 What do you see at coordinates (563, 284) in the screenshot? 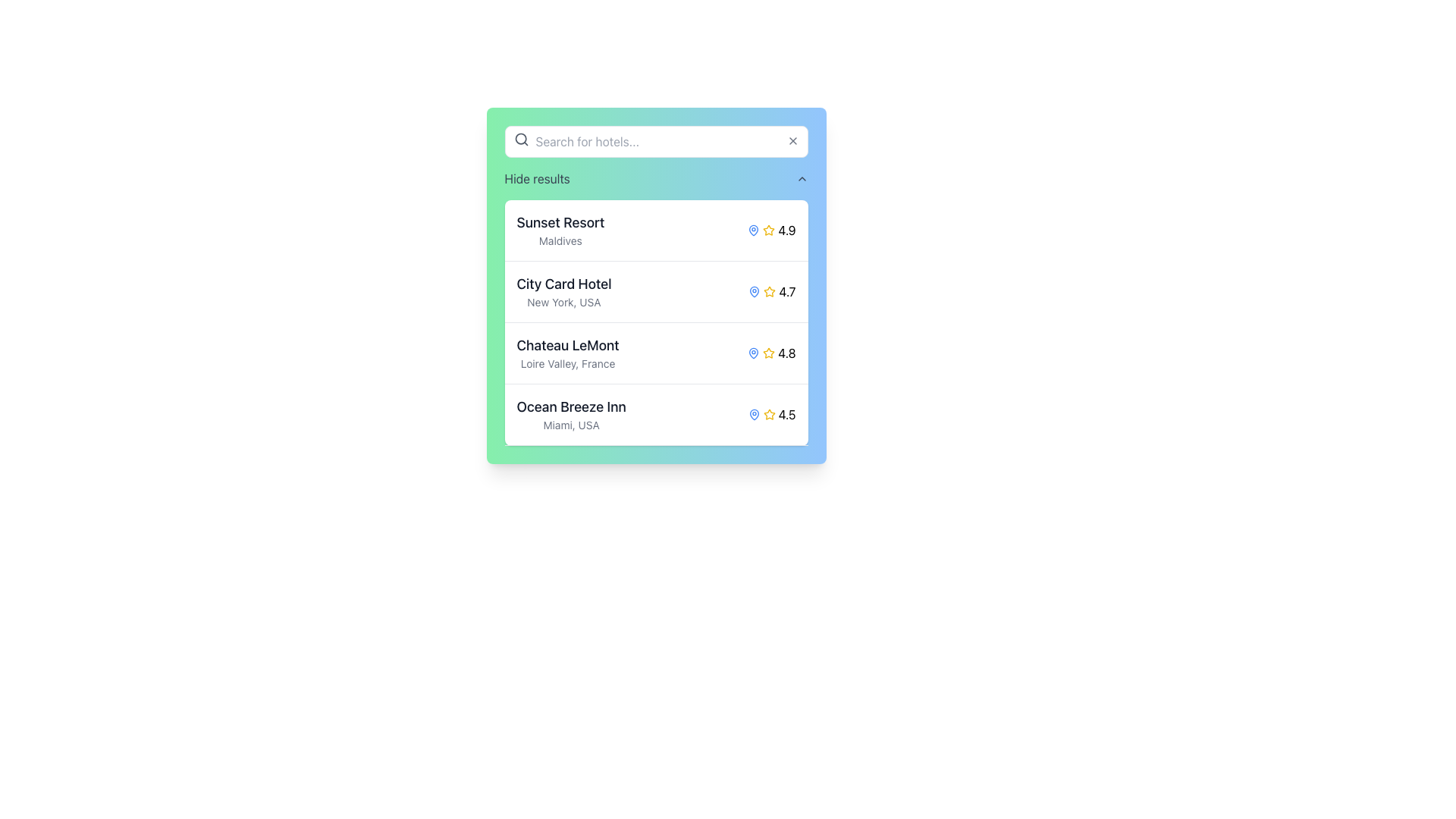
I see `the text label displaying 'City Card Hotel', which is styled prominently as a headline in the hotel options list` at bounding box center [563, 284].